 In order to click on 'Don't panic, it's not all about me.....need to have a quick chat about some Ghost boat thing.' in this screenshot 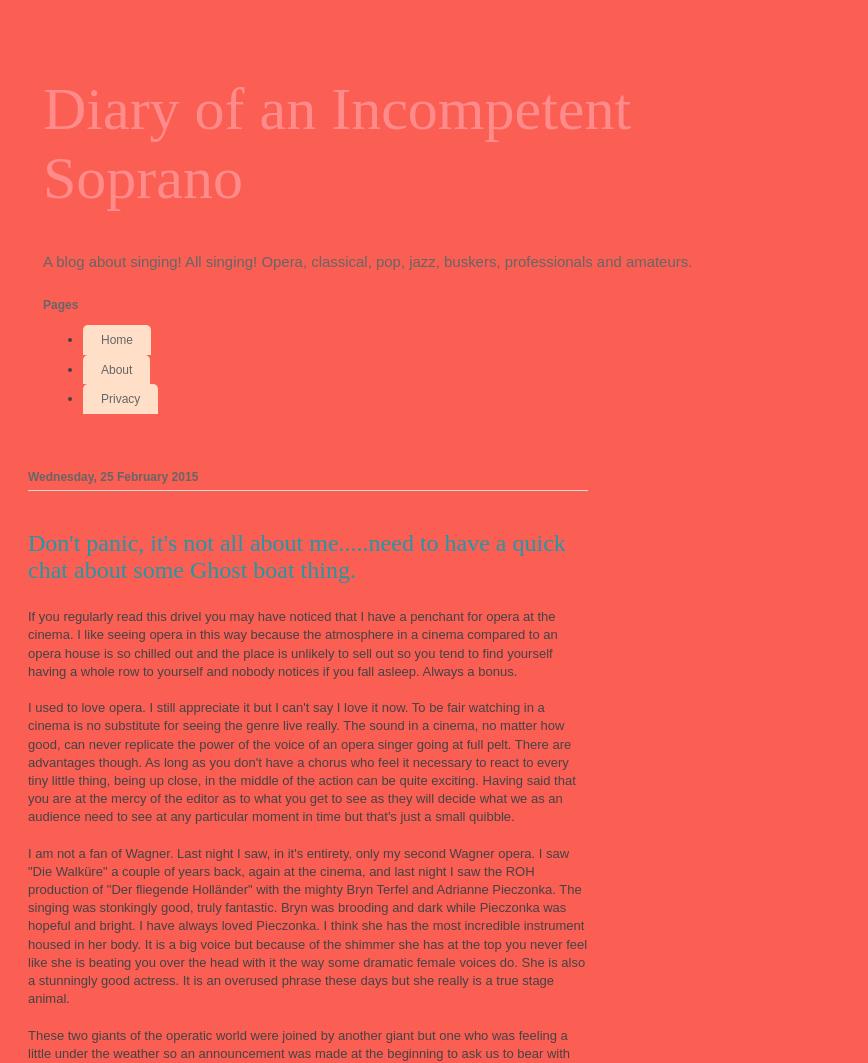, I will do `click(28, 555)`.